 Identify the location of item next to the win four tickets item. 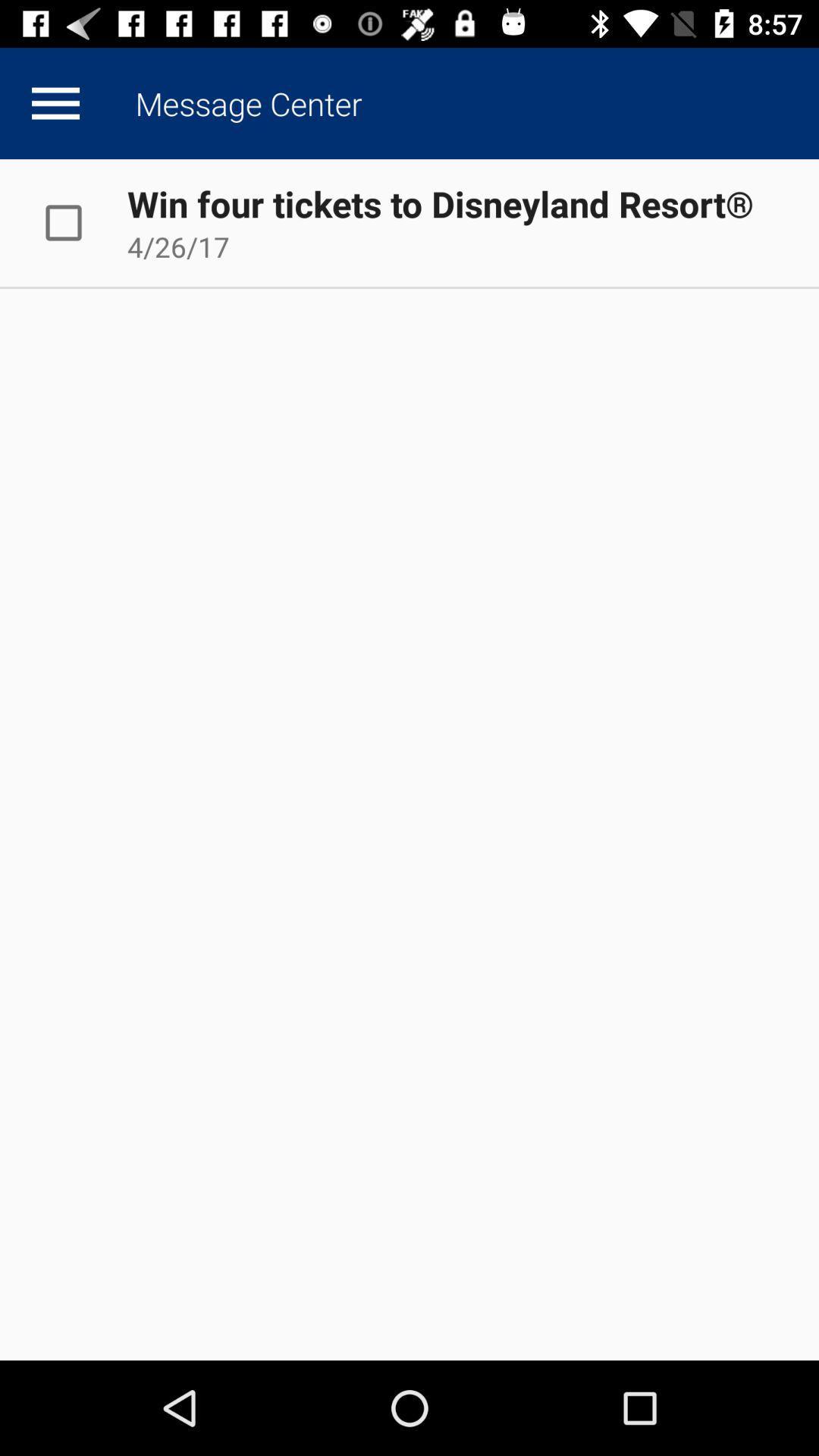
(79, 221).